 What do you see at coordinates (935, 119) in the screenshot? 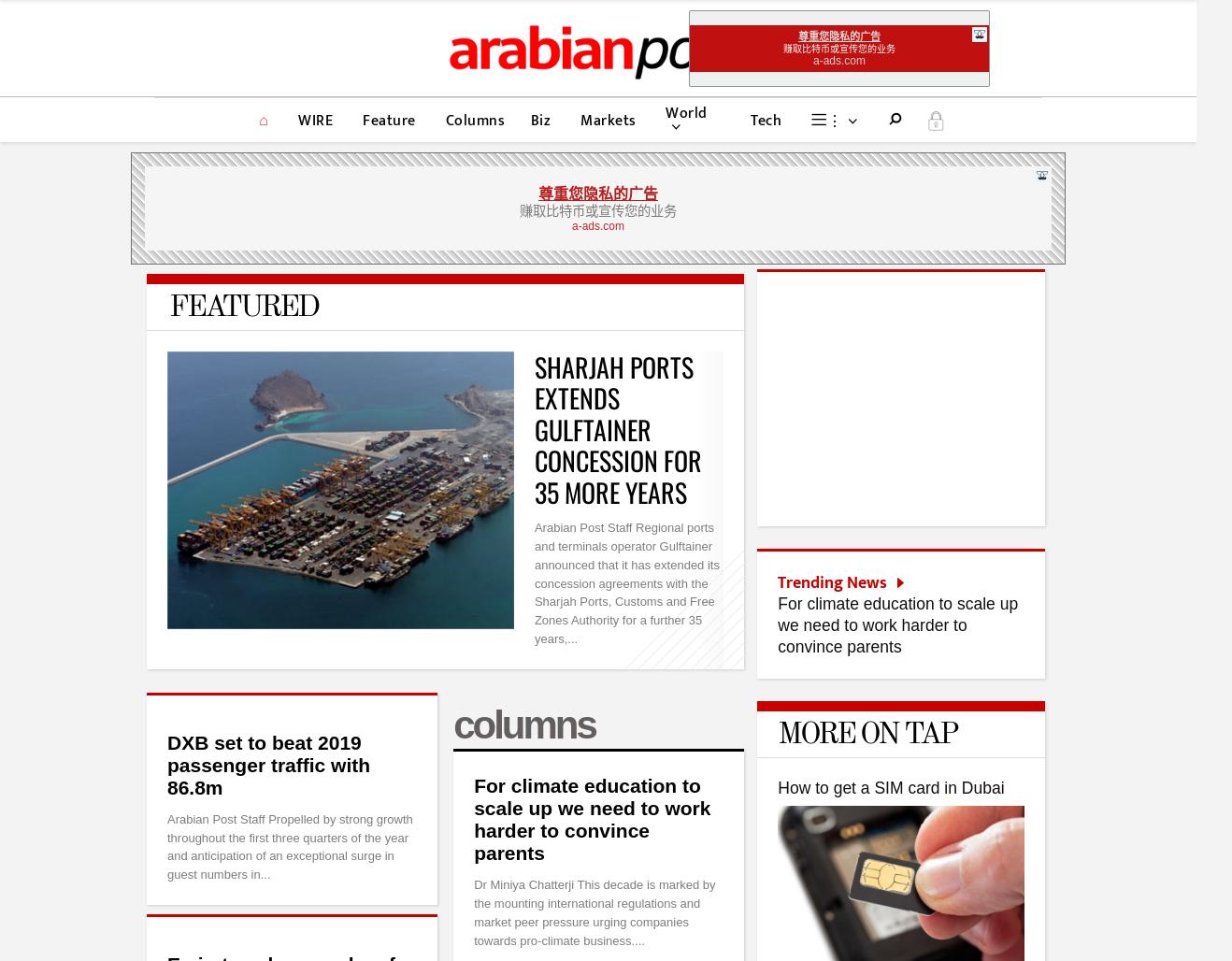
I see `'.'` at bounding box center [935, 119].